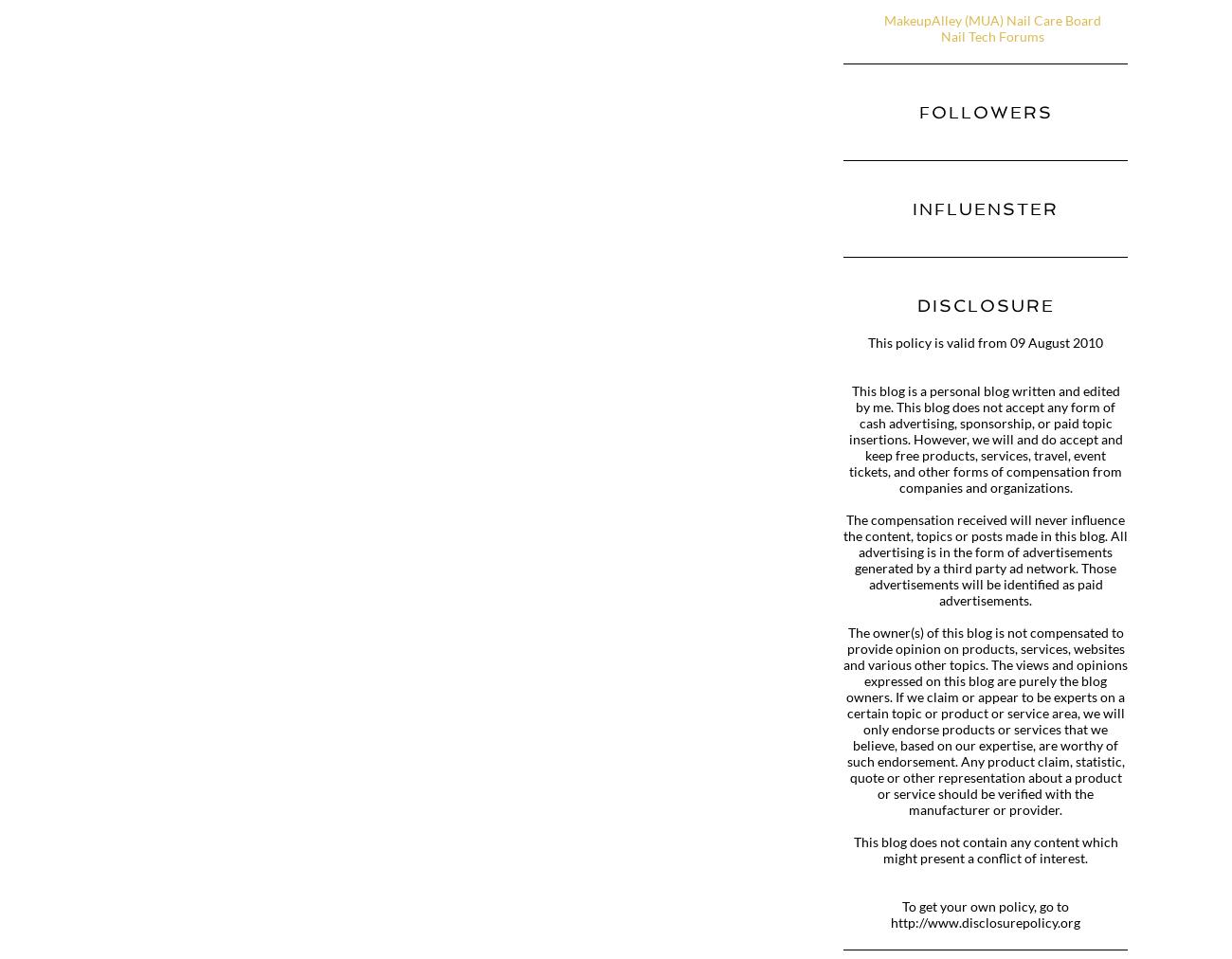 The width and height of the screenshot is (1232, 959). I want to click on 'Followers', so click(985, 111).